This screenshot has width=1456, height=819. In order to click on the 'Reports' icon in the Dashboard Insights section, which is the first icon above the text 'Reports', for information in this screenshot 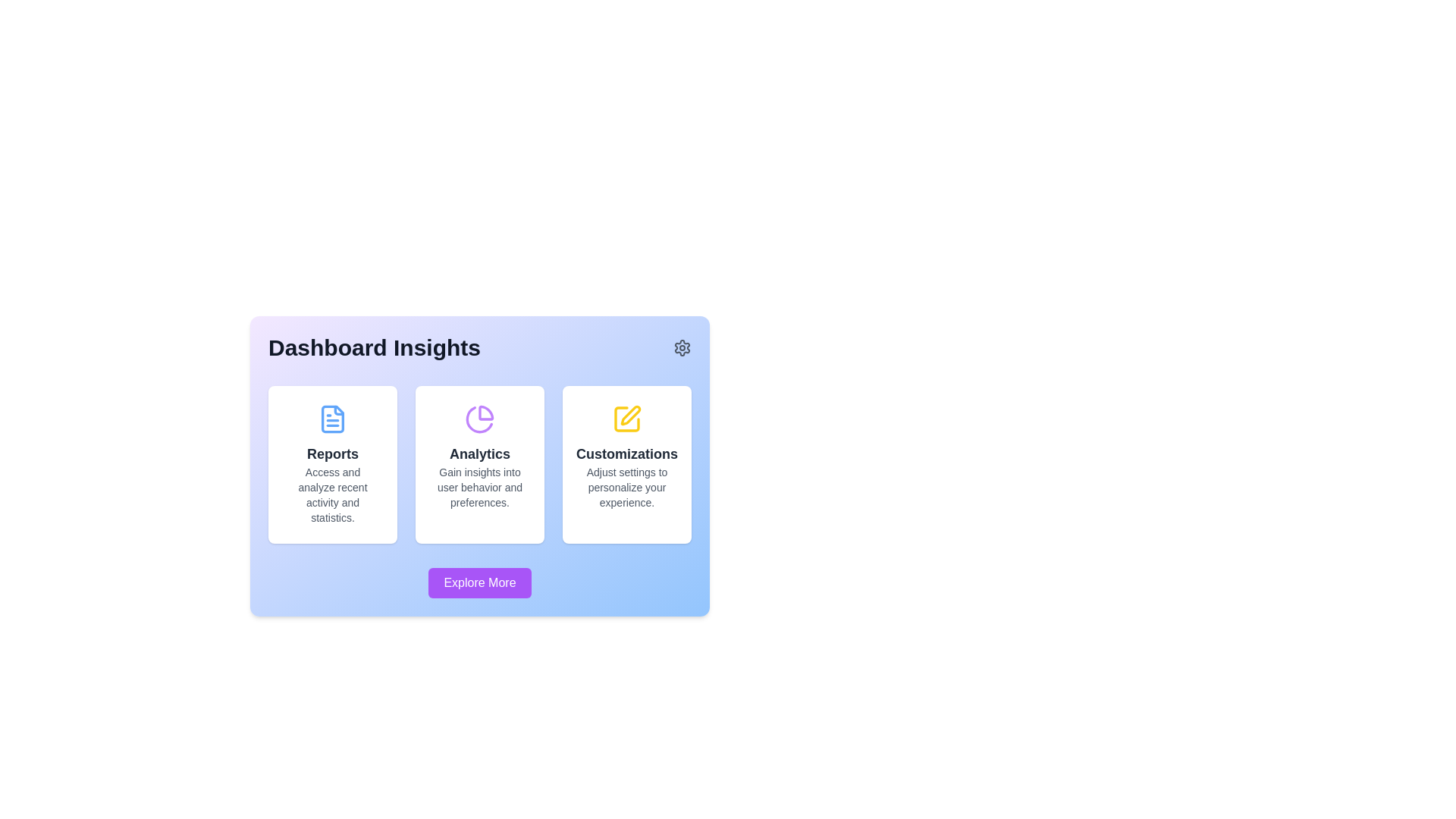, I will do `click(331, 419)`.